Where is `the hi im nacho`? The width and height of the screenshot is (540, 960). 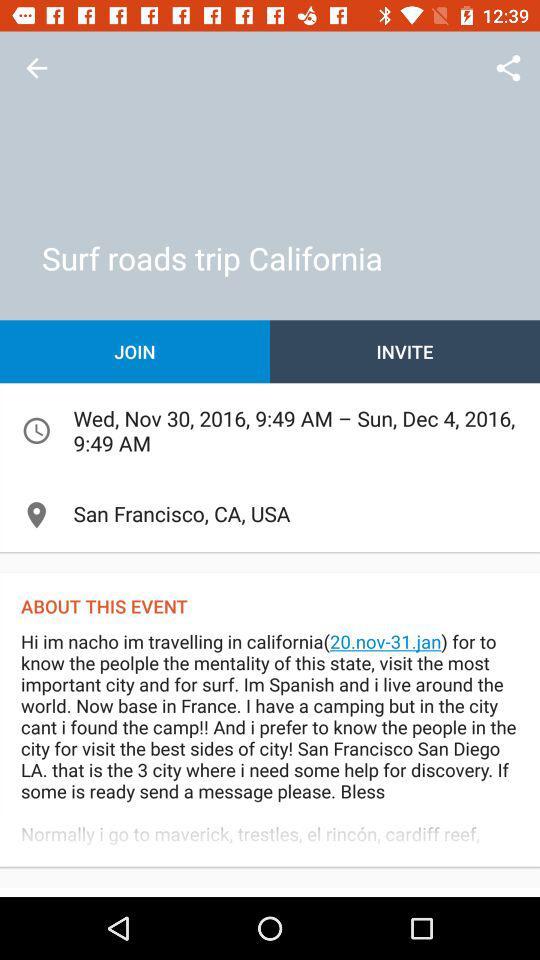 the hi im nacho is located at coordinates (270, 746).